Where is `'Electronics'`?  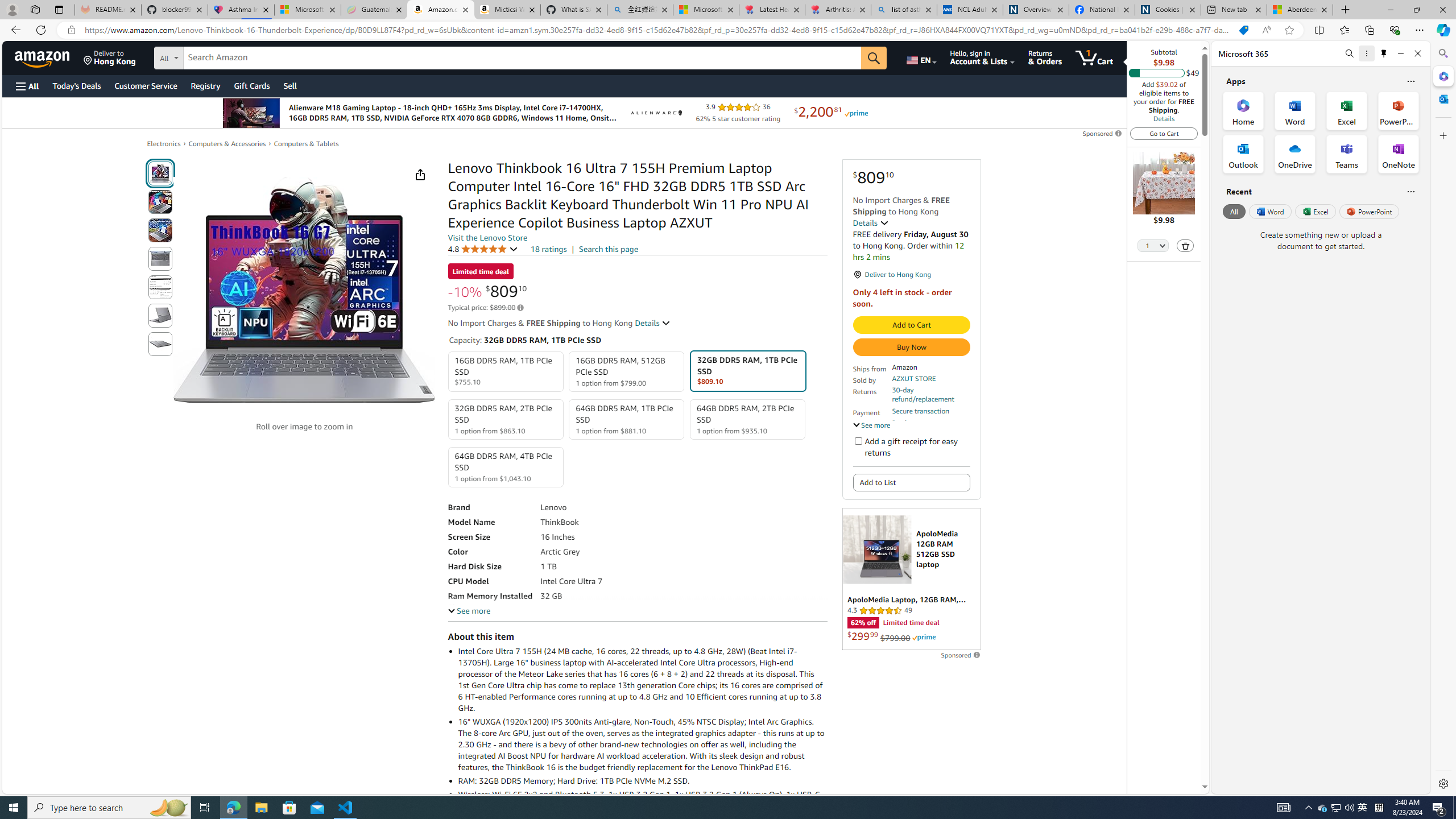 'Electronics' is located at coordinates (164, 143).